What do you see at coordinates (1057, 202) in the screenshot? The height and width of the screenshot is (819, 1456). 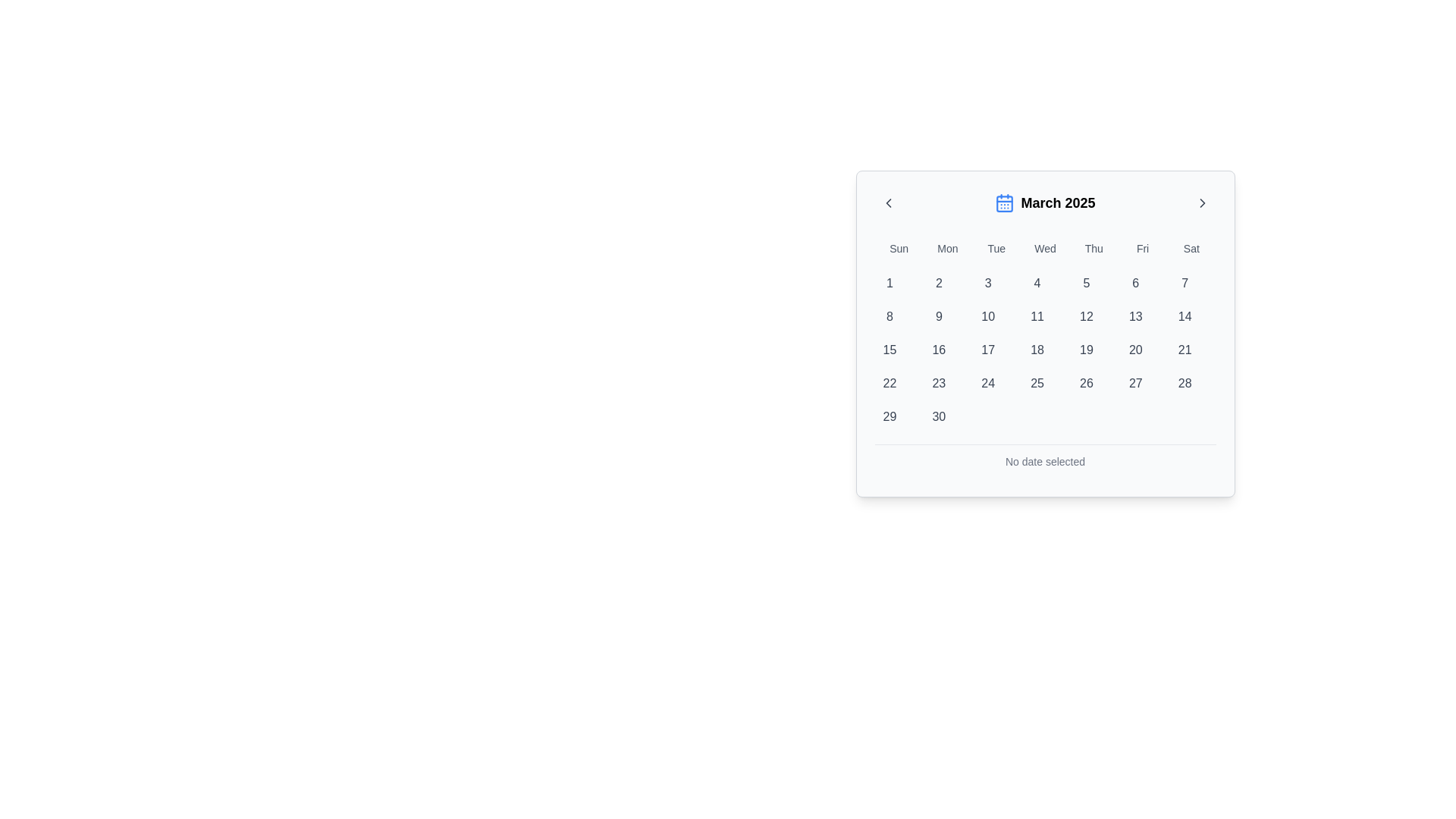 I see `the text label indicating the current month and year in the calendar component to potentially open a month selector` at bounding box center [1057, 202].